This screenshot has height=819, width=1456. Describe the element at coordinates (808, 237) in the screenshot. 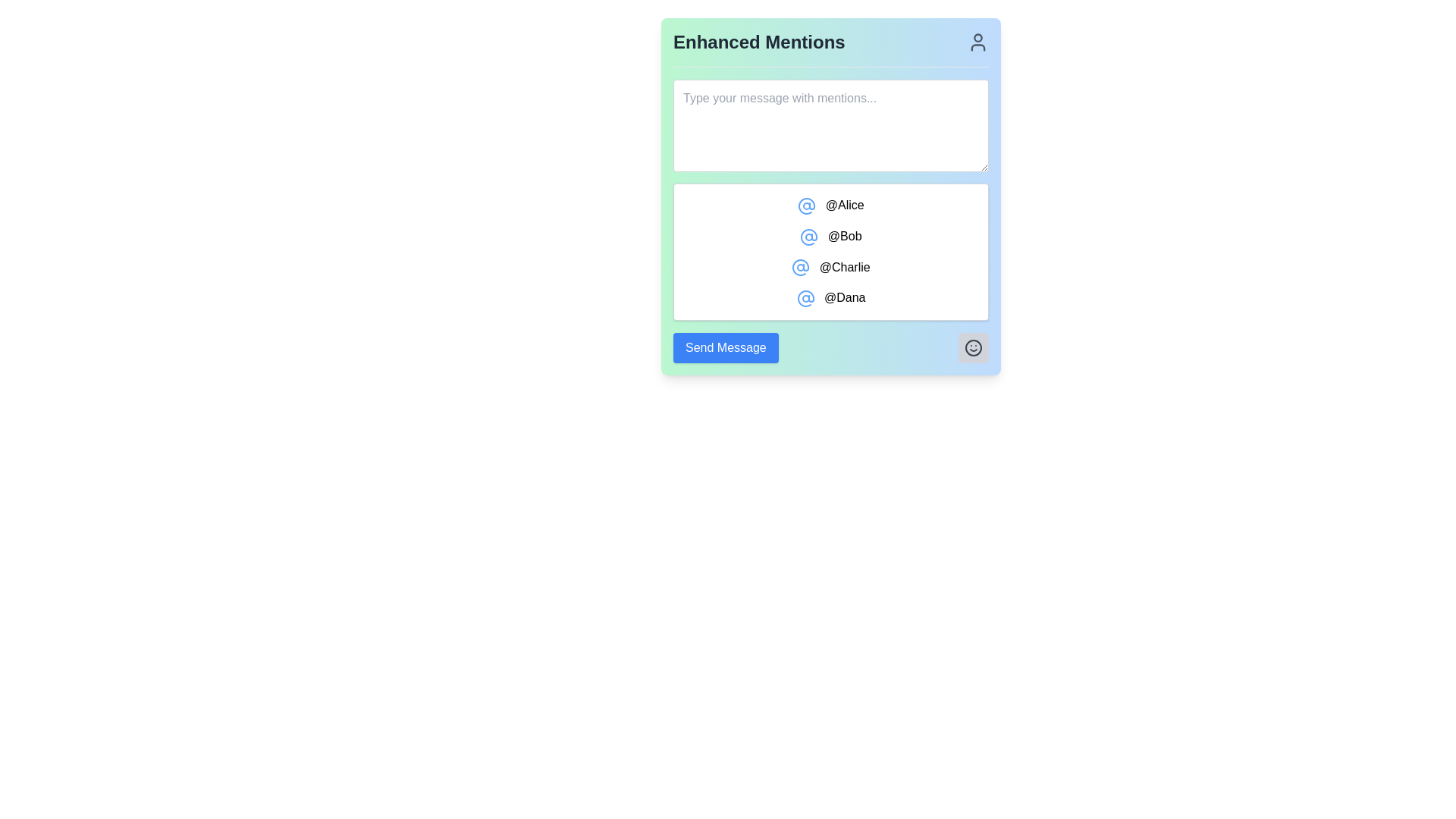

I see `the blue circular '@' icon associated with the text '@Bob', which is positioned to the left of the clickable text` at that location.